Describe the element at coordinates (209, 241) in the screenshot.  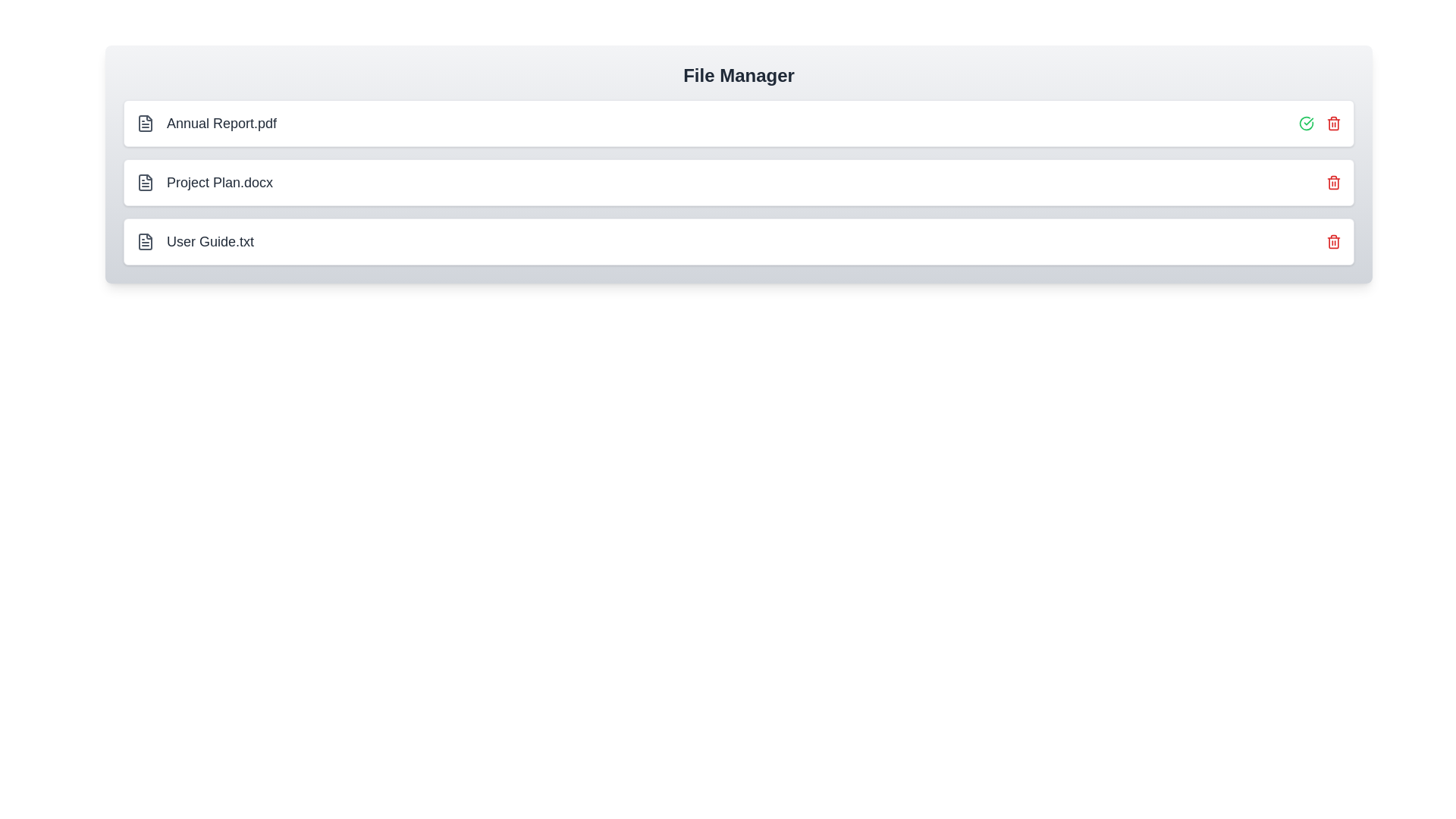
I see `the text label displaying 'User Guide.txt' for accessibility purposes` at that location.